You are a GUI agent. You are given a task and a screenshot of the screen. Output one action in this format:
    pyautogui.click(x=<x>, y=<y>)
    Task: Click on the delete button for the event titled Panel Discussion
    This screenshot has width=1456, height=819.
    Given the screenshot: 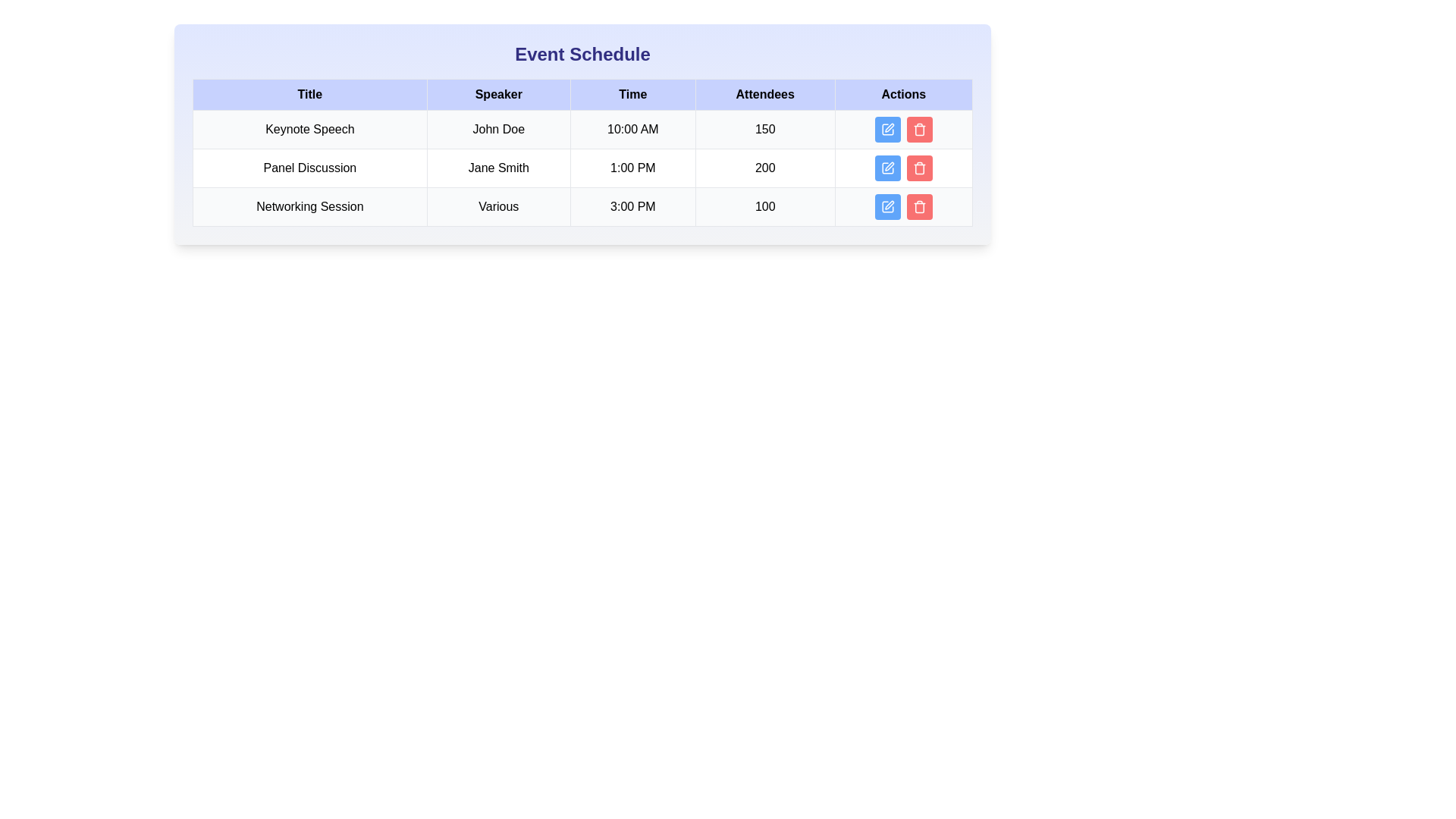 What is the action you would take?
    pyautogui.click(x=918, y=168)
    